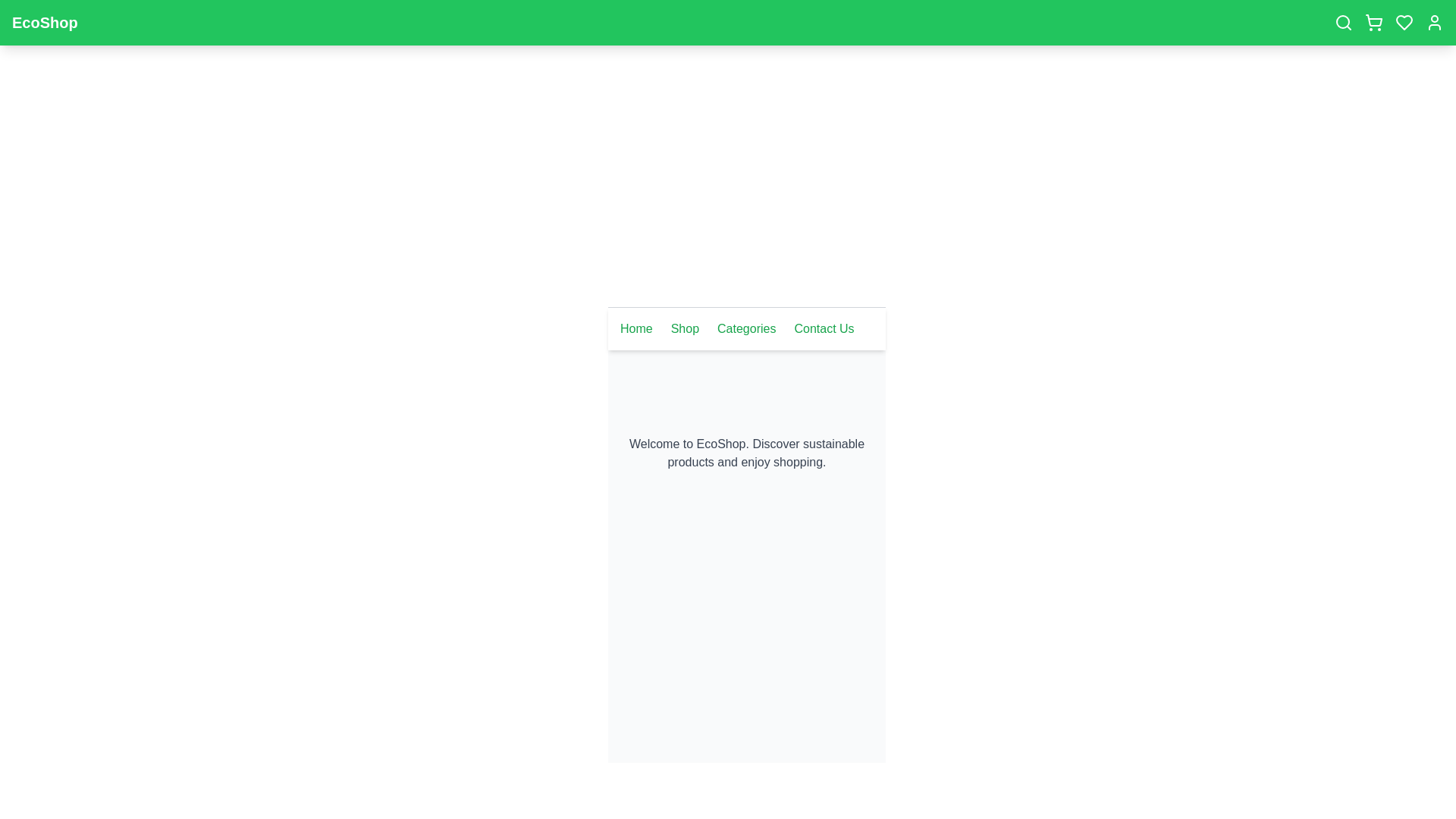 The width and height of the screenshot is (1456, 819). I want to click on the user icon to view the user profile, so click(1433, 23).